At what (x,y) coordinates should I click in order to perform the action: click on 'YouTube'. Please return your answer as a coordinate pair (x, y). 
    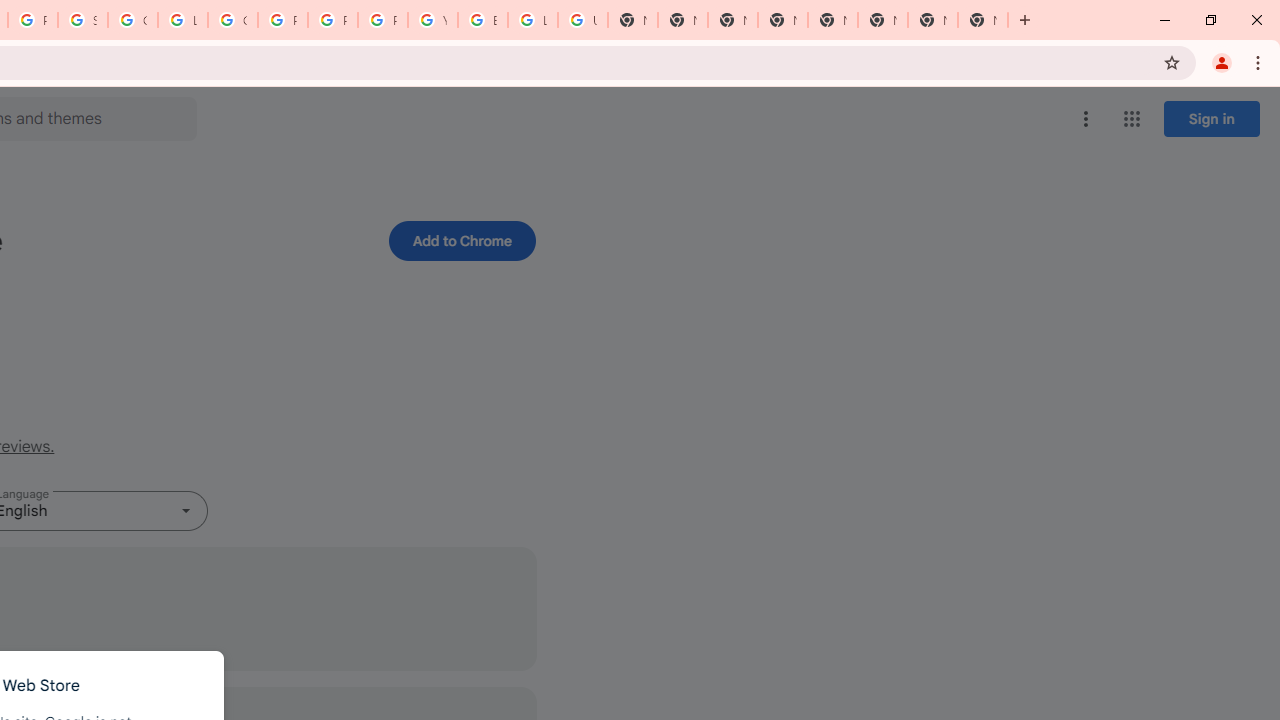
    Looking at the image, I should click on (432, 20).